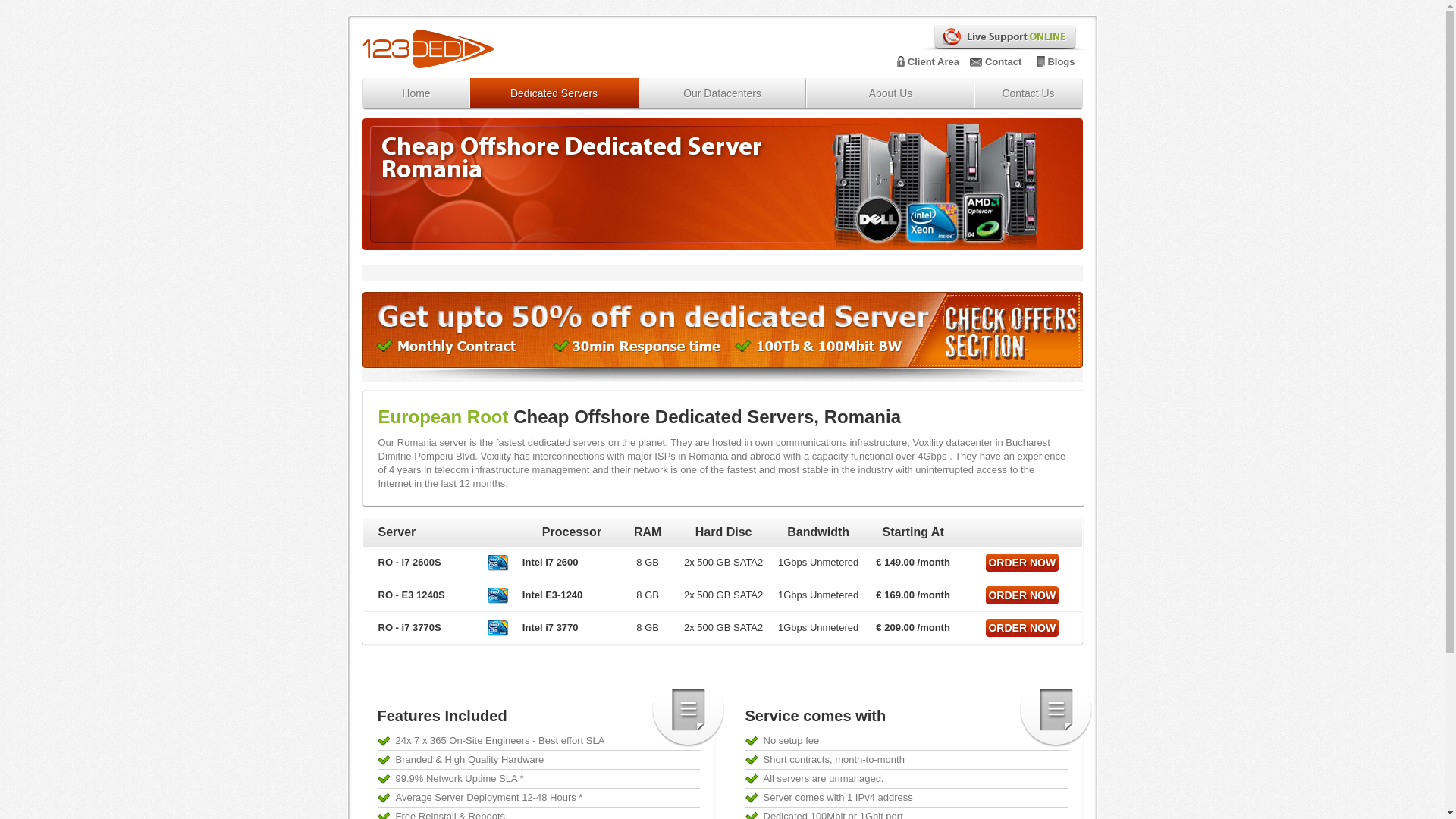  What do you see at coordinates (1059, 61) in the screenshot?
I see `'Blogs'` at bounding box center [1059, 61].